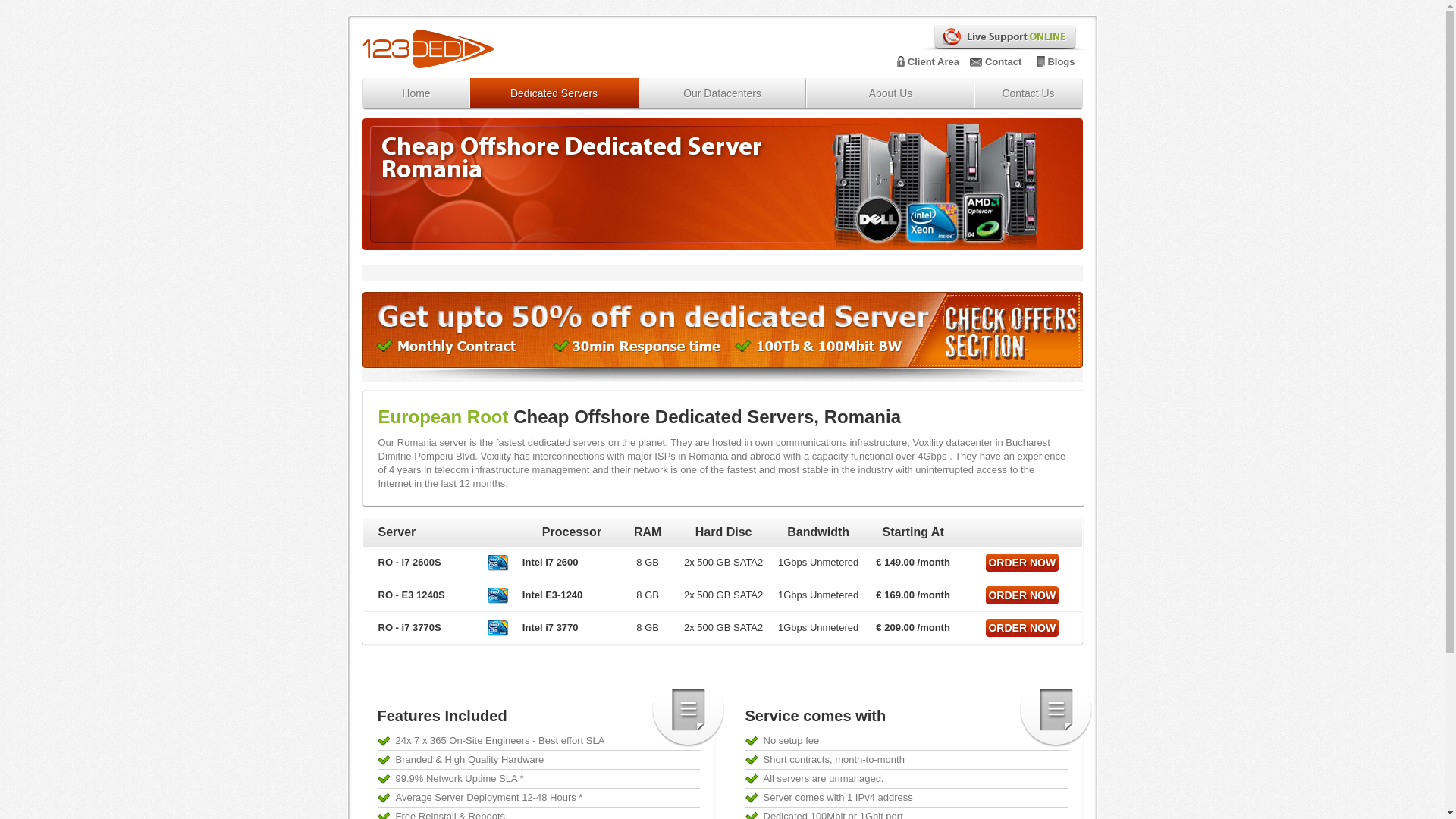  What do you see at coordinates (1059, 61) in the screenshot?
I see `'Blogs'` at bounding box center [1059, 61].